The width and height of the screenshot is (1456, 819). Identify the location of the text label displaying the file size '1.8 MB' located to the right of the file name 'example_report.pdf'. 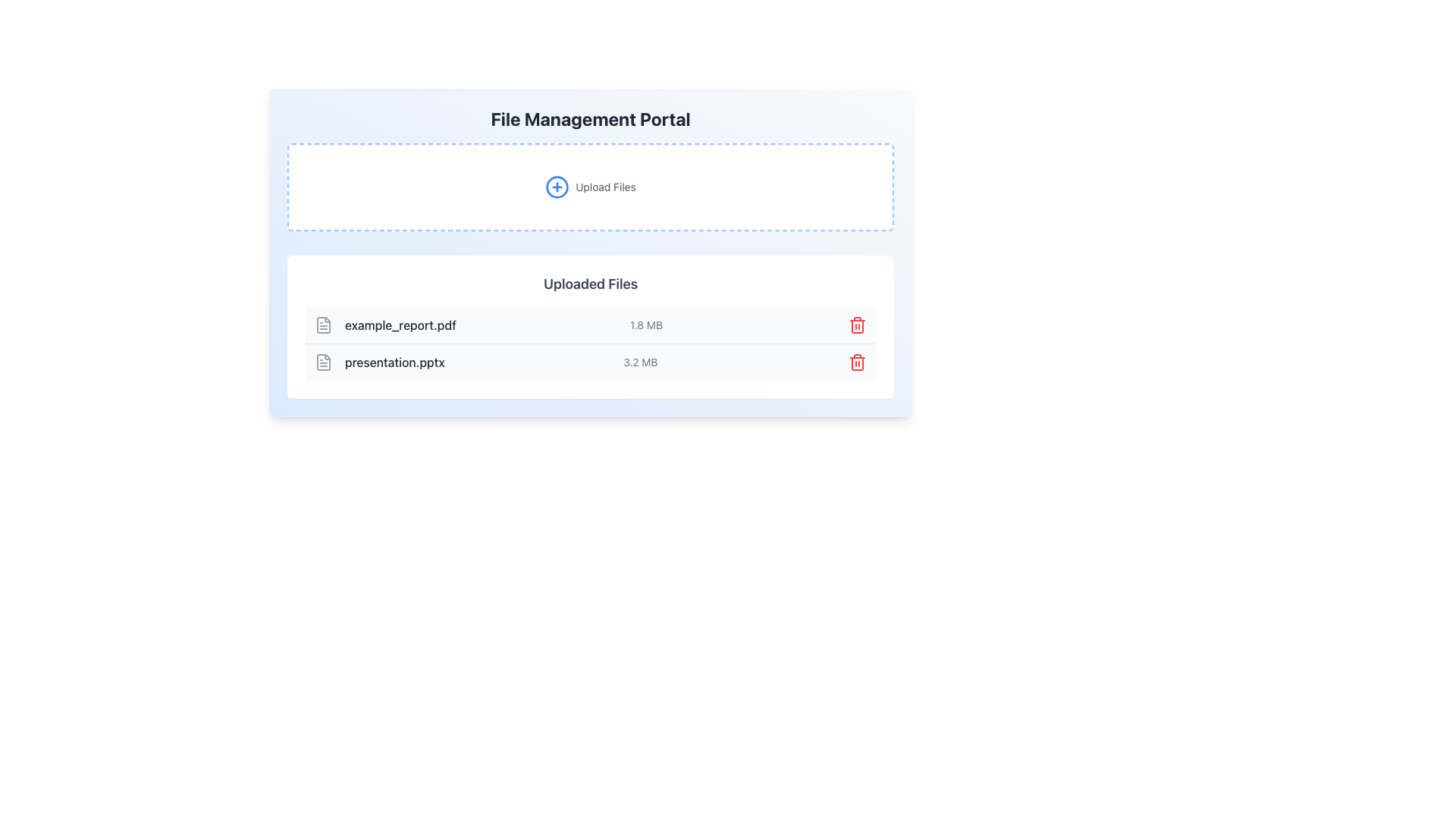
(646, 324).